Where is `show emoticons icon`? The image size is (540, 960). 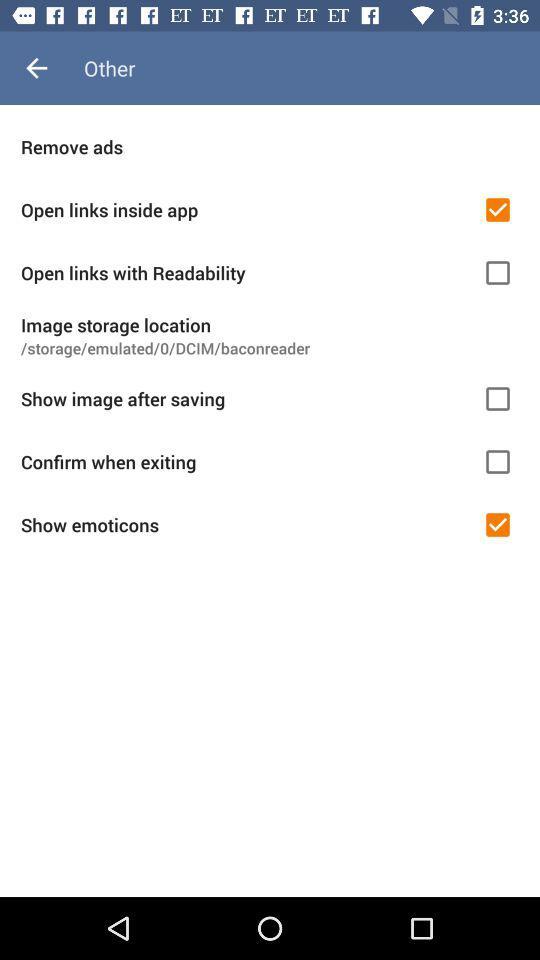
show emoticons icon is located at coordinates (245, 524).